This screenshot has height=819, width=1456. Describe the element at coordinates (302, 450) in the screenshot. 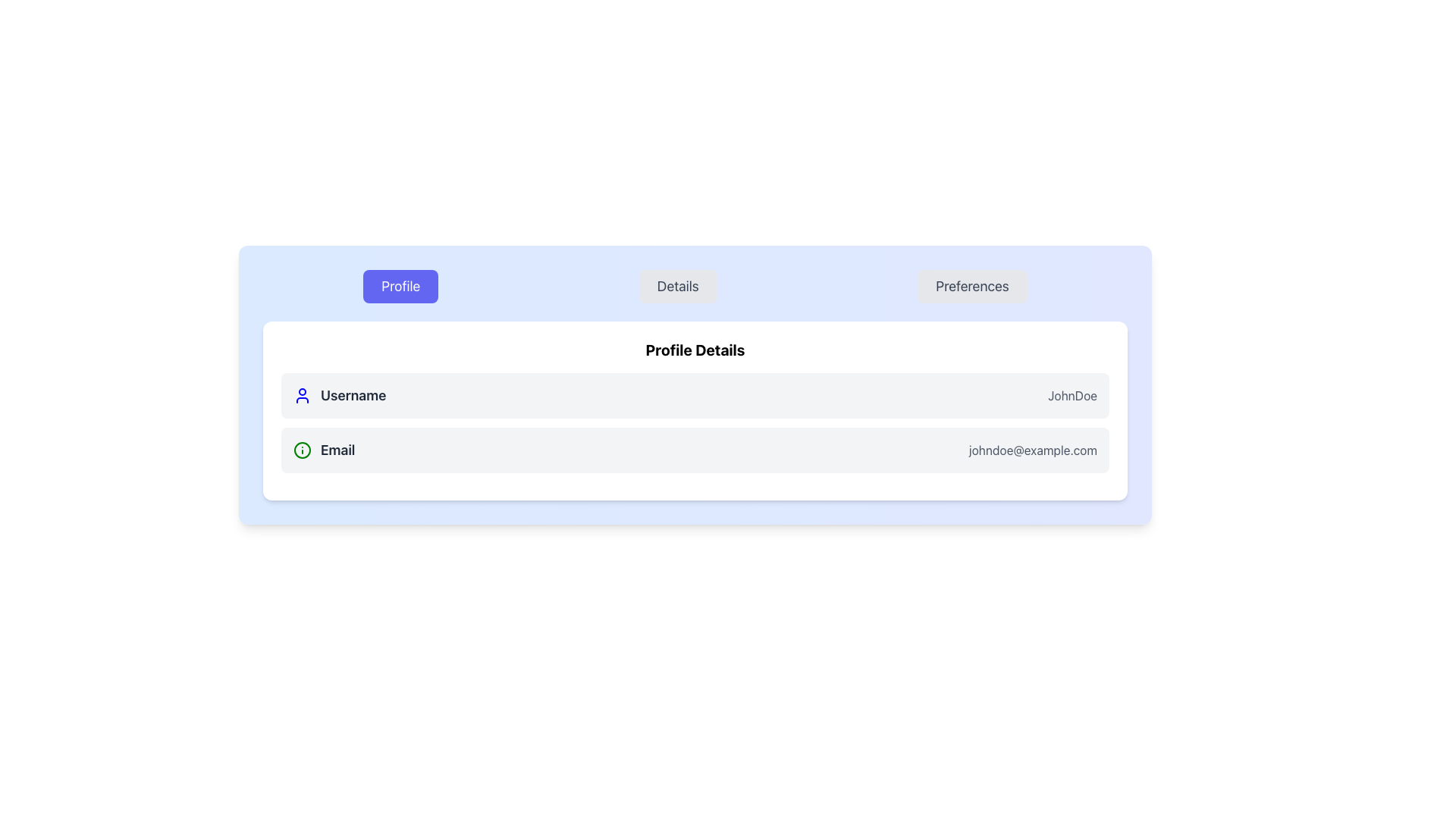

I see `green circular outline graphical icon component located in the second row of the profile details section adjacent to the 'Email' label by using developer tools` at that location.